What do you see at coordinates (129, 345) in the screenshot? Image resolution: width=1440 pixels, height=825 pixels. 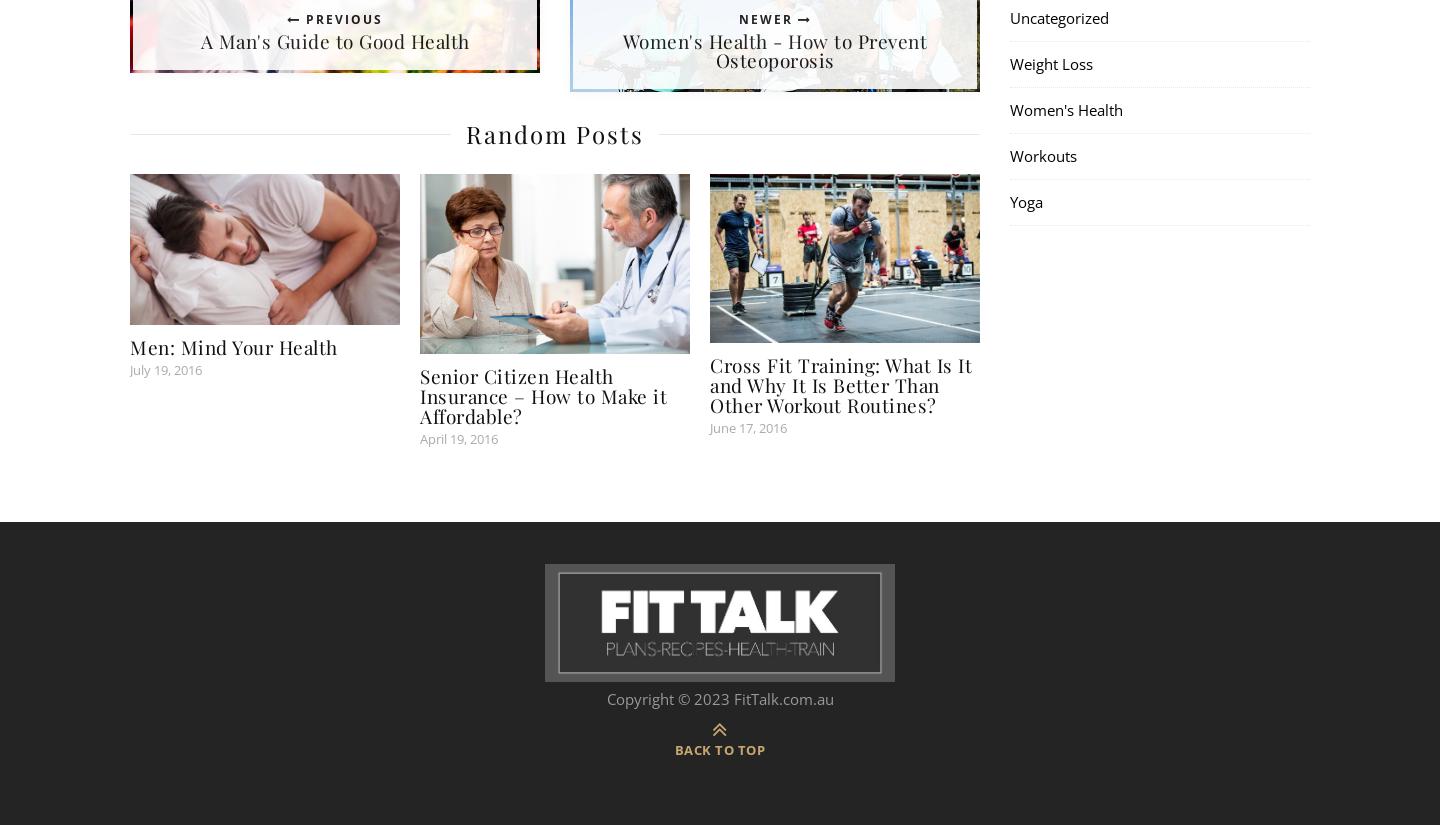 I see `'Men: Mind Your Health'` at bounding box center [129, 345].